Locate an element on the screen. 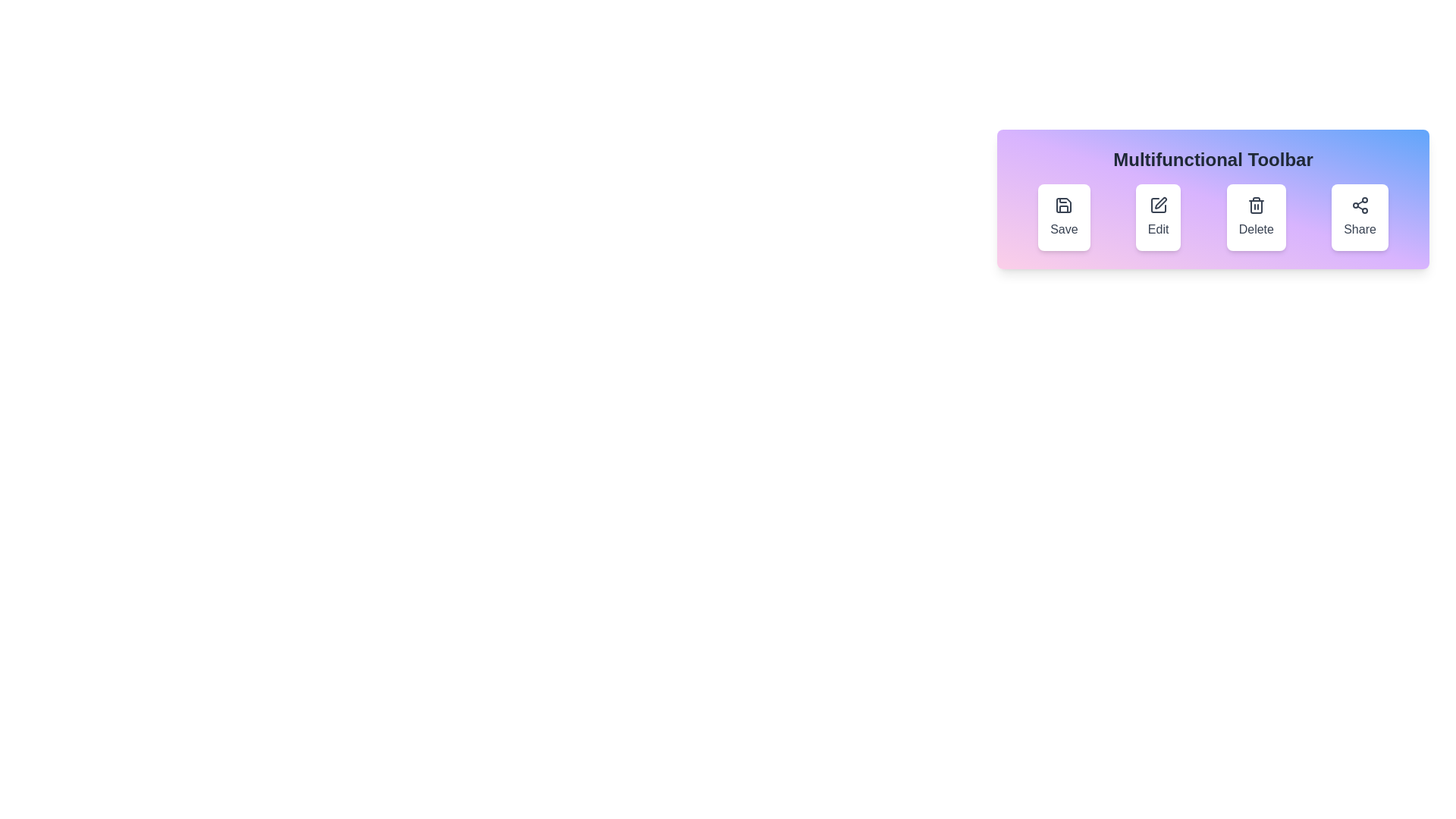 Image resolution: width=1456 pixels, height=819 pixels. the 'Edit' button with a pen icon in the Multifunctional Toolbar is located at coordinates (1157, 217).